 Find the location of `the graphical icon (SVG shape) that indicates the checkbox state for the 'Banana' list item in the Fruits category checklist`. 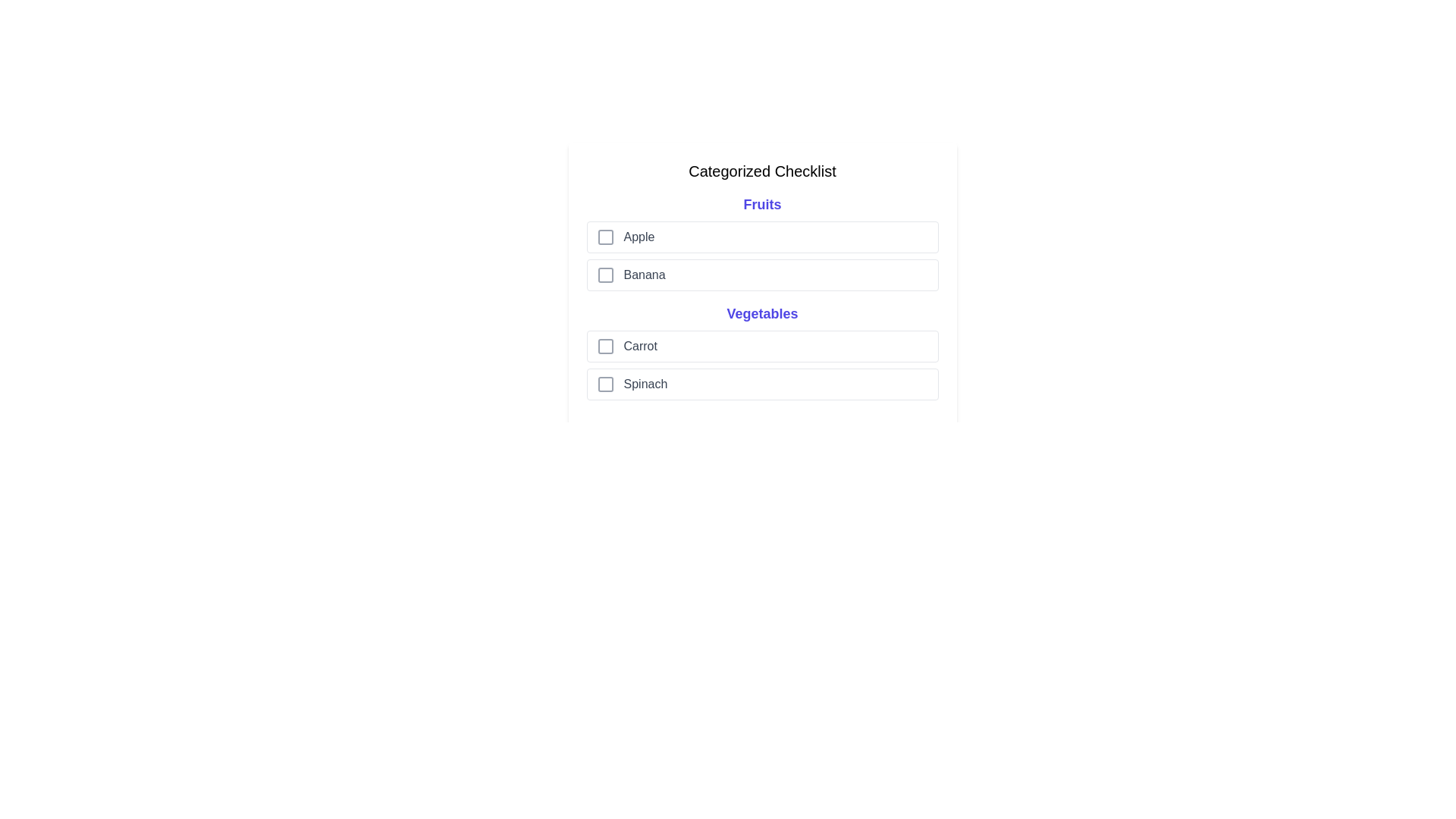

the graphical icon (SVG shape) that indicates the checkbox state for the 'Banana' list item in the Fruits category checklist is located at coordinates (604, 275).